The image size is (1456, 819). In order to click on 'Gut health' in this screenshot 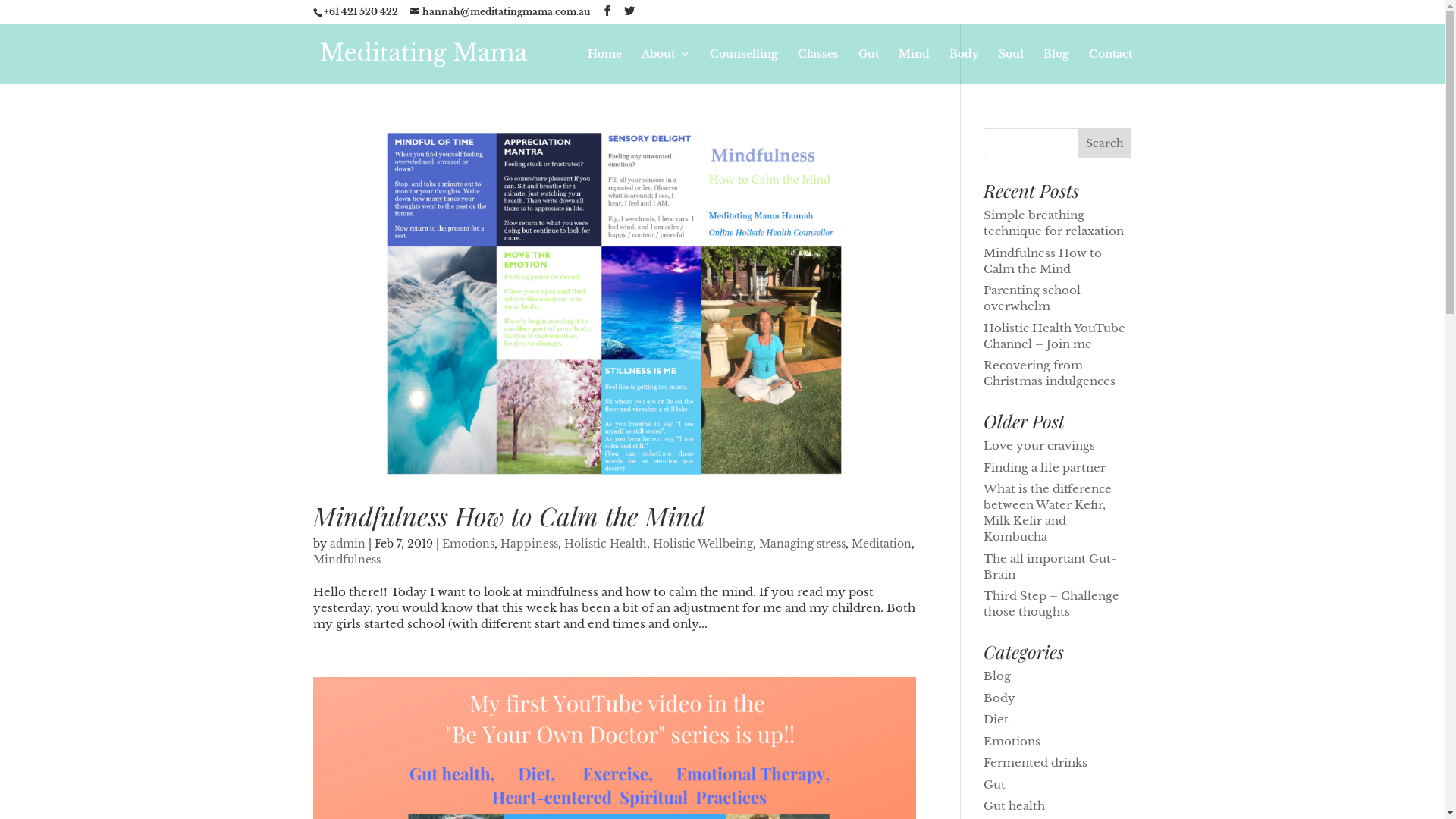, I will do `click(1014, 805)`.